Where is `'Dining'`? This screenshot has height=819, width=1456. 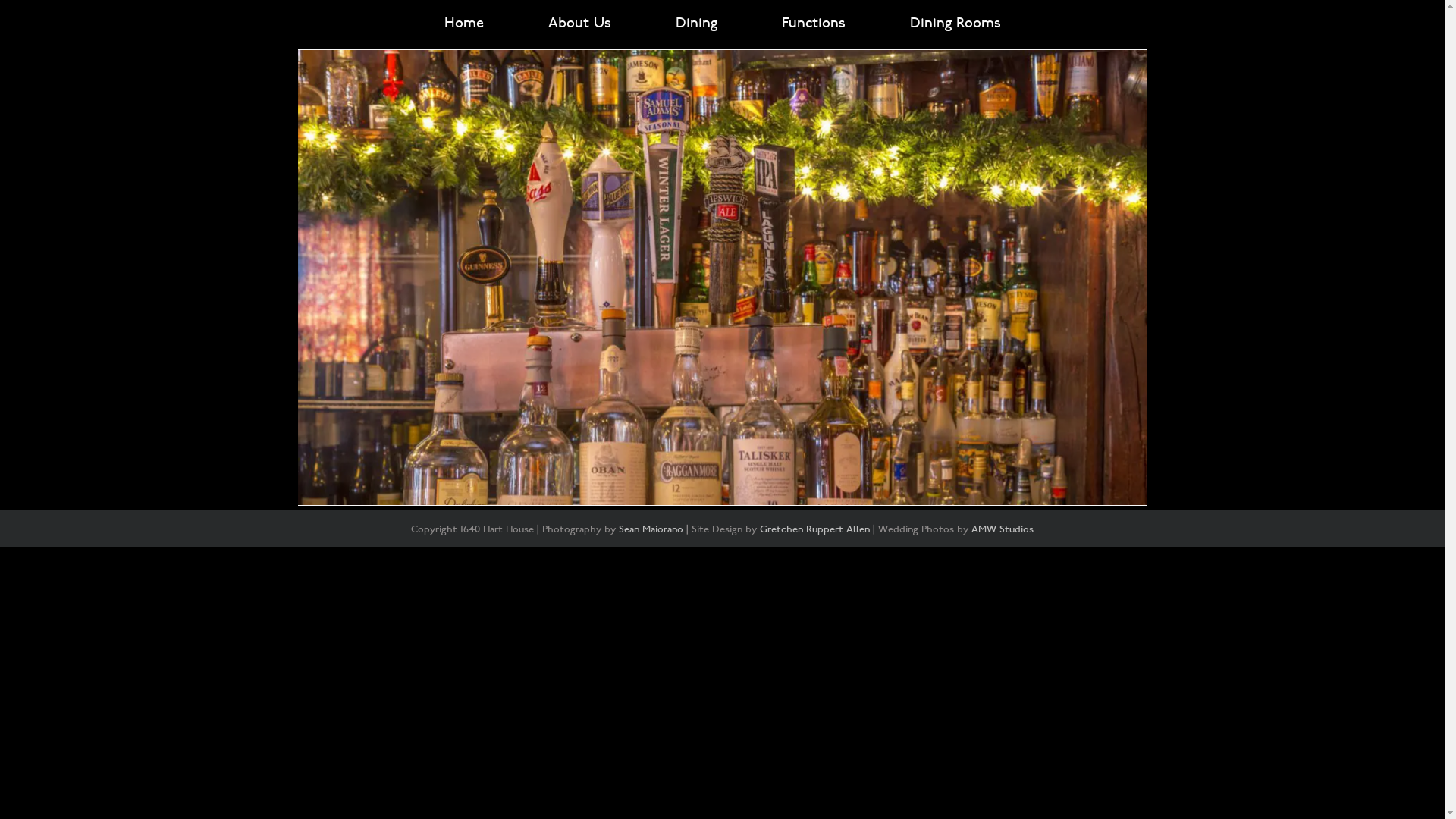 'Dining' is located at coordinates (695, 23).